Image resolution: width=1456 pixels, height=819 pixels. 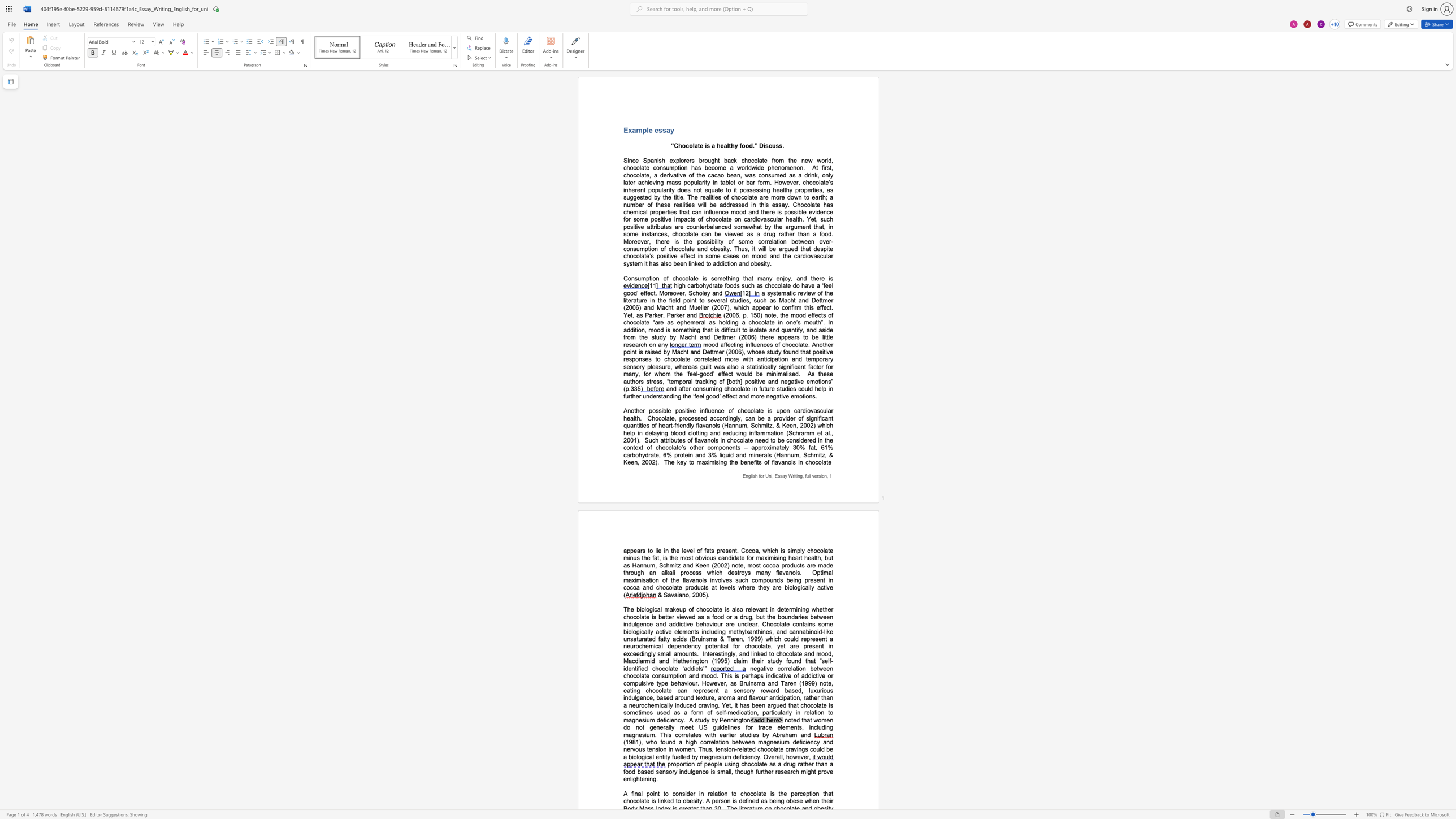 What do you see at coordinates (761, 249) in the screenshot?
I see `the space between the continuous character "w" and "i" in the text` at bounding box center [761, 249].